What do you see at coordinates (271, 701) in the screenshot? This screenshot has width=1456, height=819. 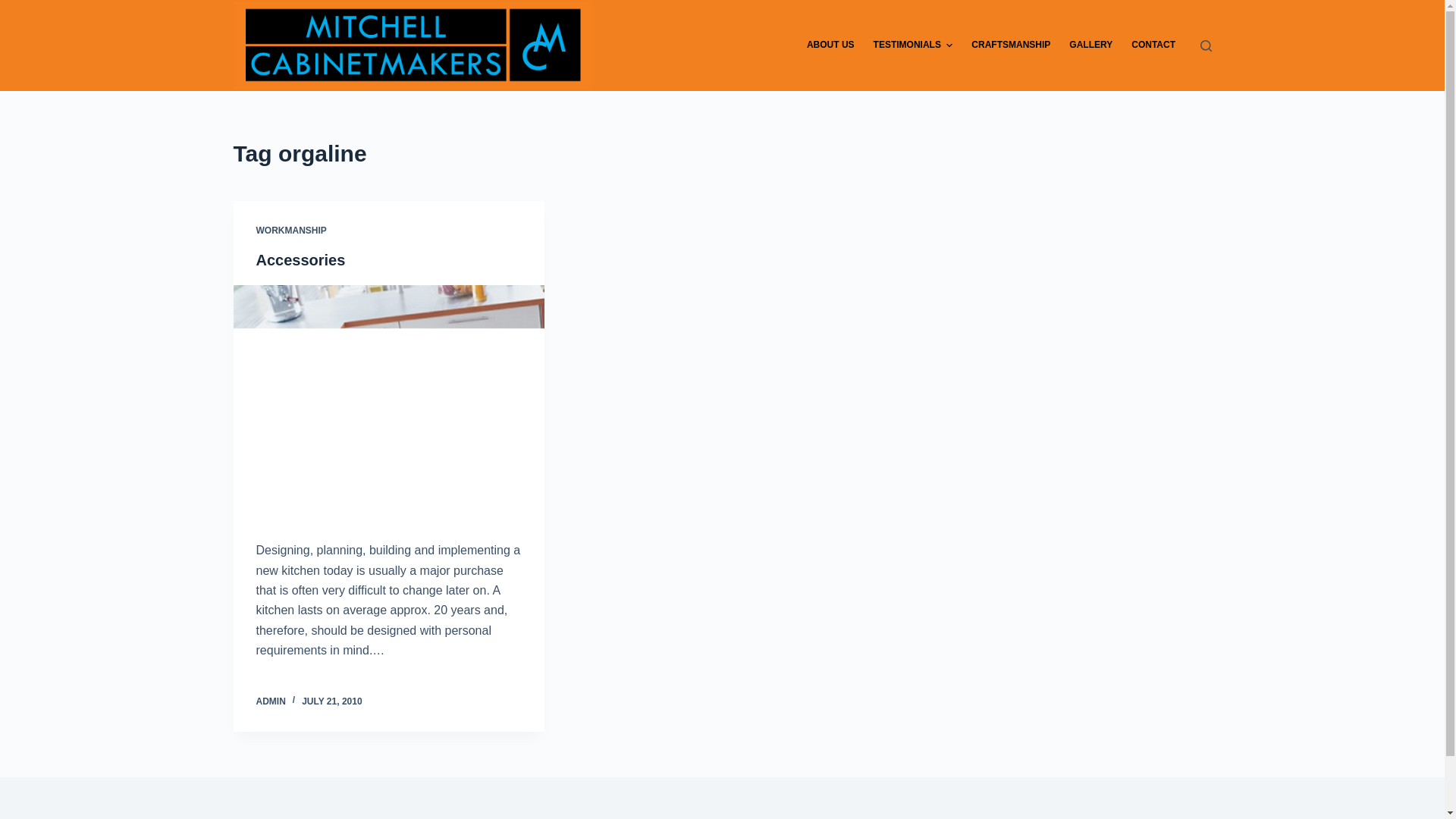 I see `'ADMIN'` at bounding box center [271, 701].